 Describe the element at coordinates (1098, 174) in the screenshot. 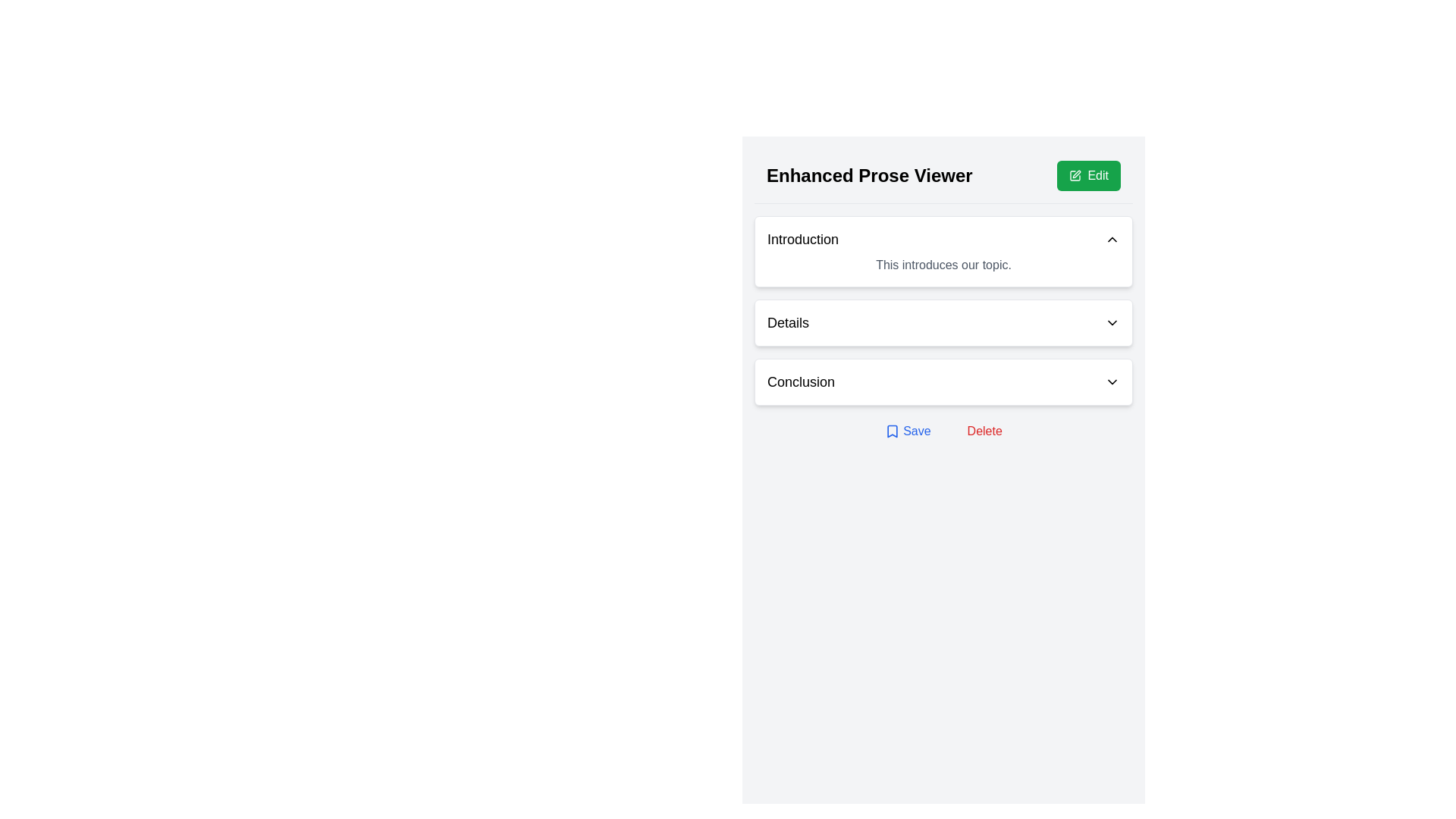

I see `the 'Edit' text label, which is styled in white font on a green background and located near the top-right corner of the main interface panel within a green button` at that location.